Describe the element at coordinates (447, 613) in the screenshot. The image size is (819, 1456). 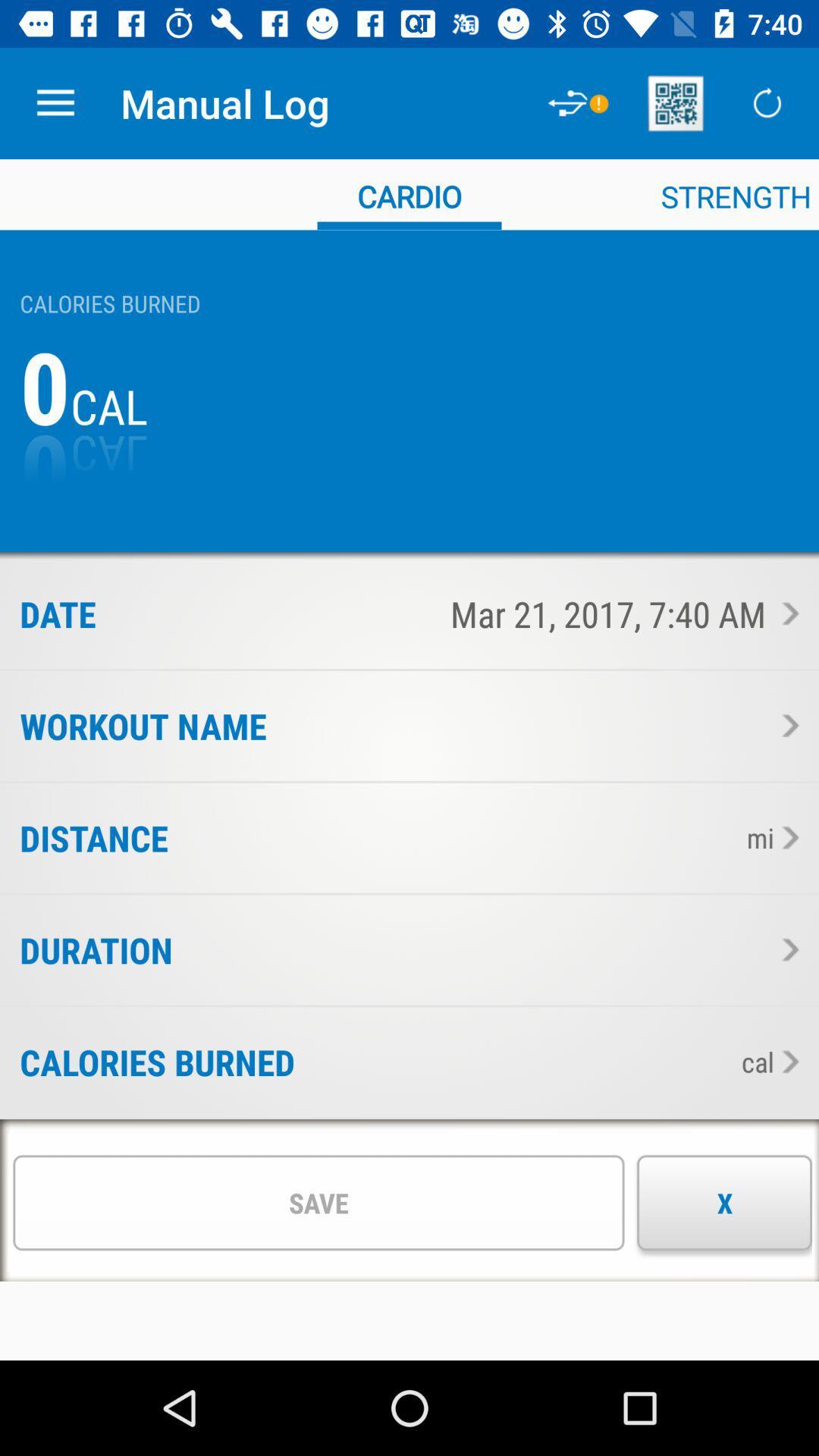
I see `the mar 21 2017 icon` at that location.